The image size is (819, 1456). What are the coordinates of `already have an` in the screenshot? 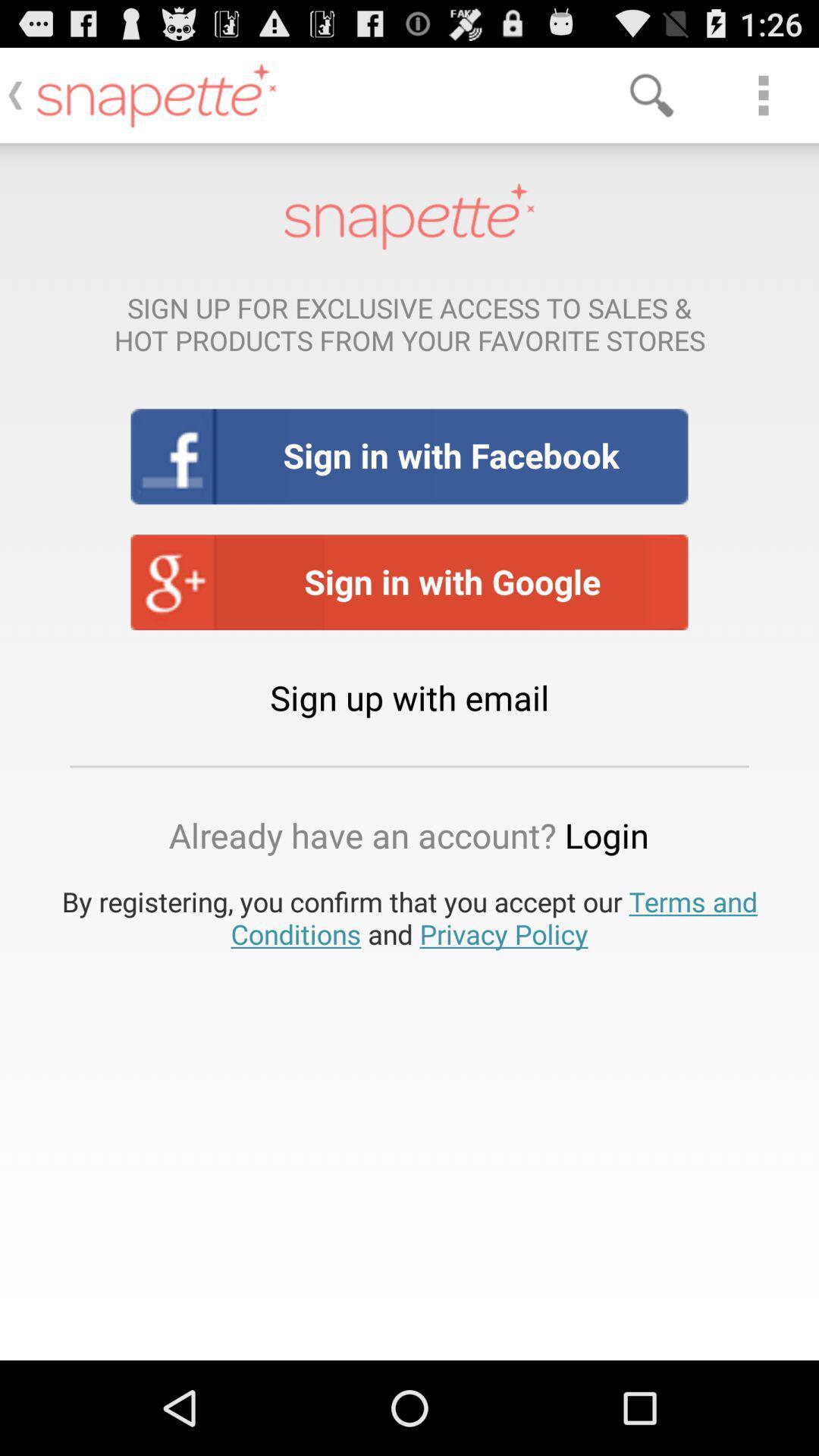 It's located at (408, 834).